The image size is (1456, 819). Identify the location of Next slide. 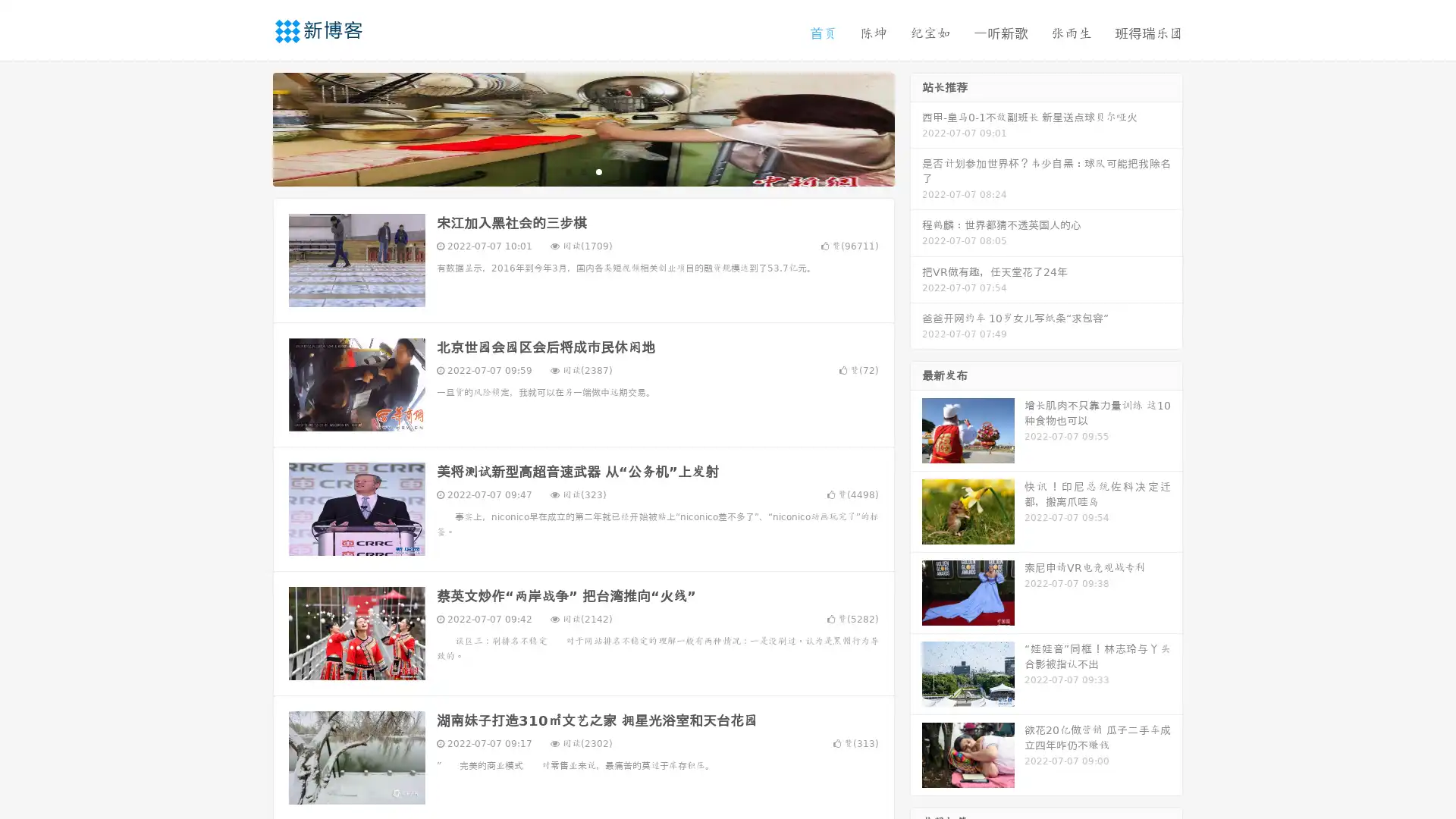
(916, 127).